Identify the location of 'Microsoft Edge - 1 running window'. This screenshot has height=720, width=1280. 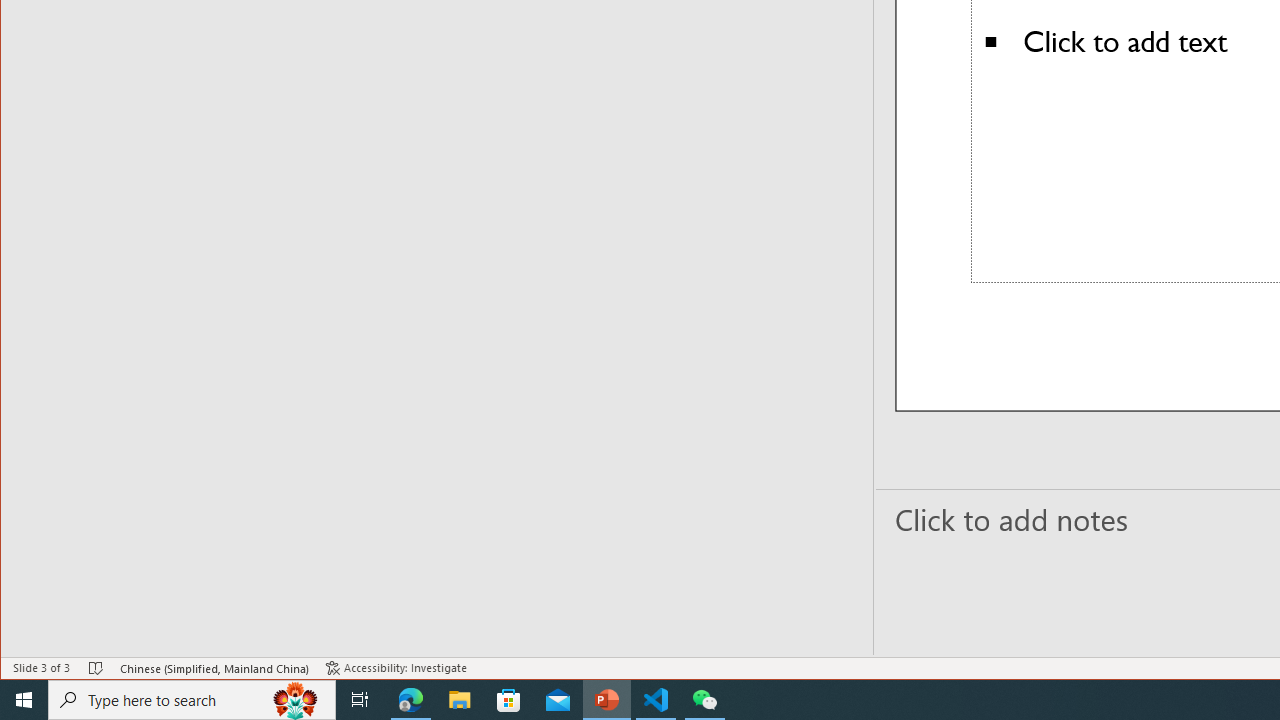
(410, 698).